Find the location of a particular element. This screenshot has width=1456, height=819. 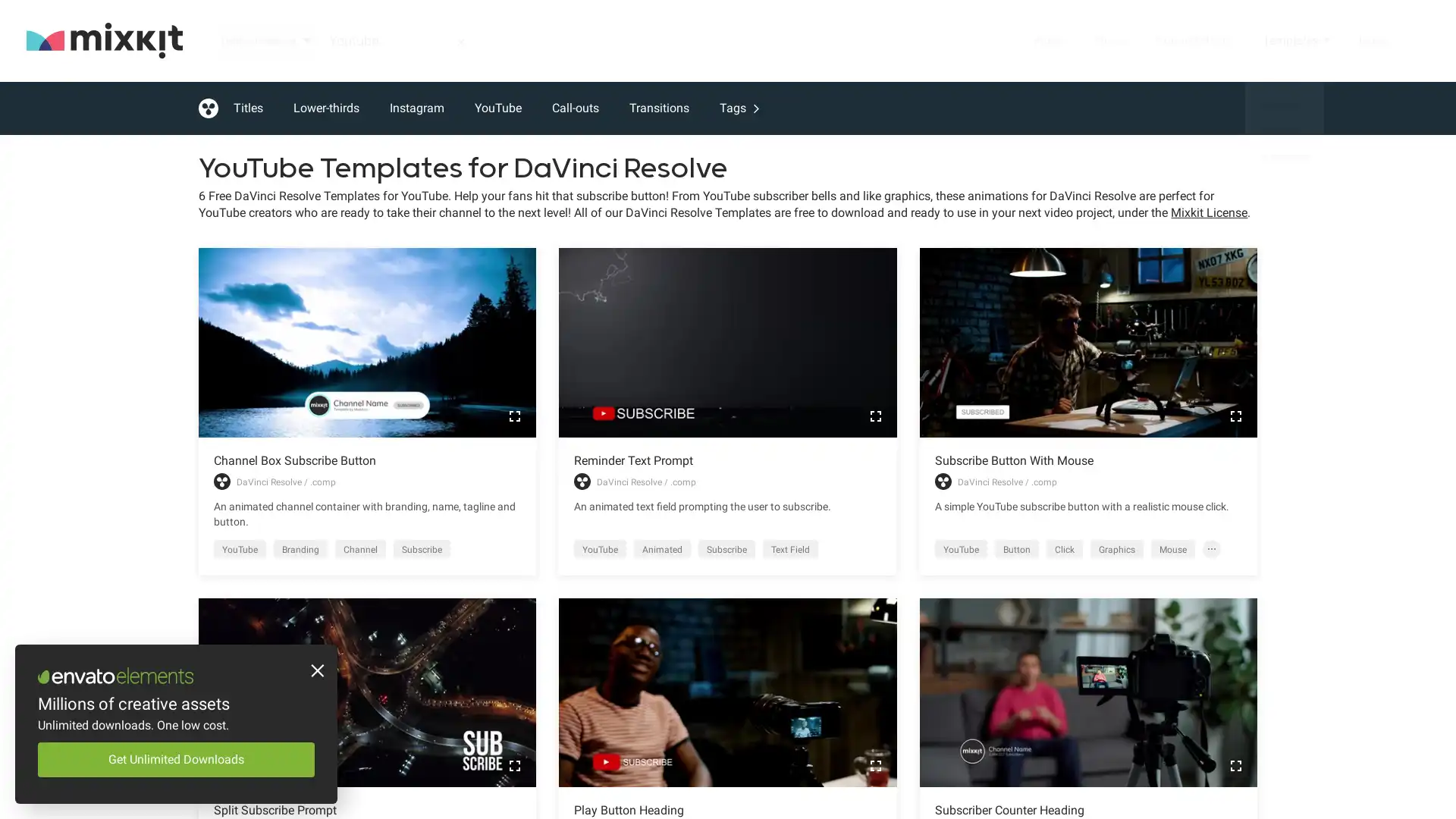

Close is located at coordinates (315, 672).